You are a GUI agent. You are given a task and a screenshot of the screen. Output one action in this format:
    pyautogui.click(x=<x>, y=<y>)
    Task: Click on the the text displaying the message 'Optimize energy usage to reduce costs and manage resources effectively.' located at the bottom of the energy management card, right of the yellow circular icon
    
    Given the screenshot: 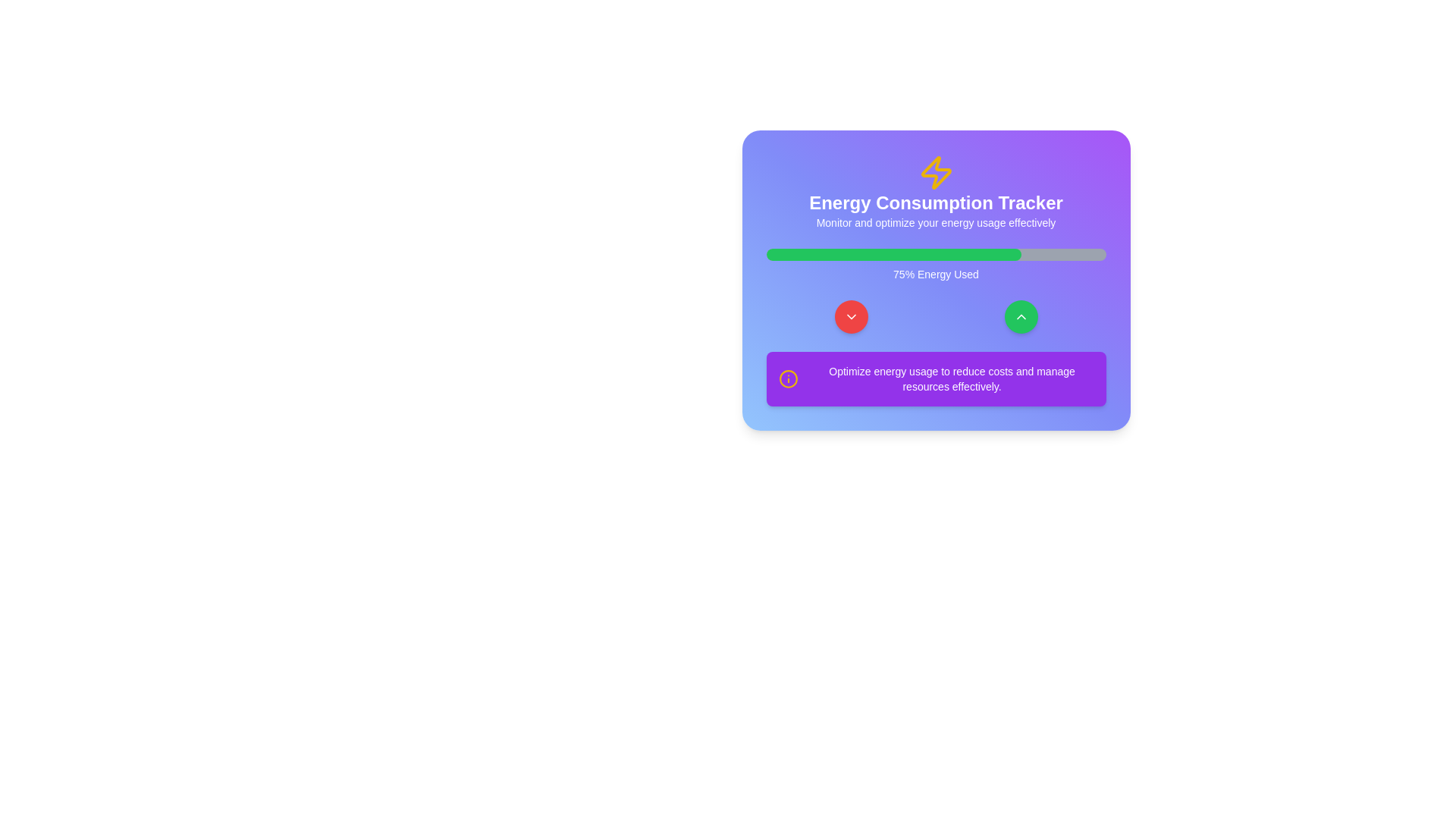 What is the action you would take?
    pyautogui.click(x=951, y=378)
    